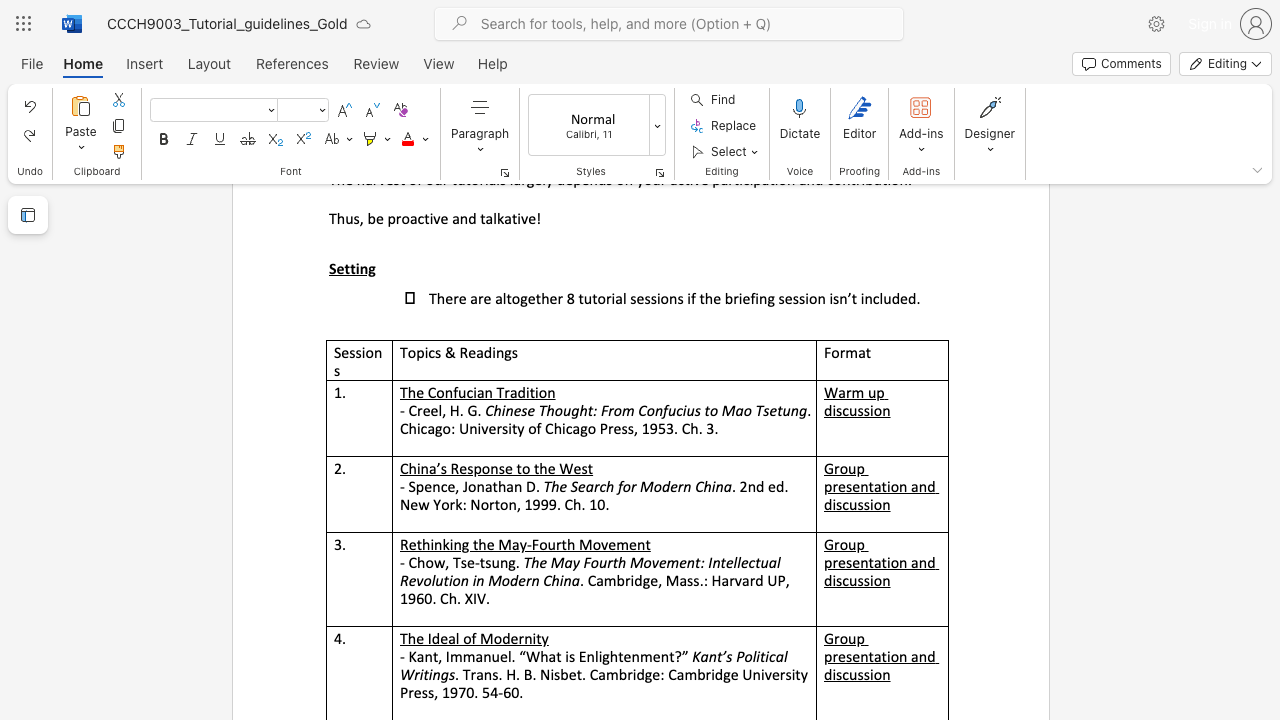 Image resolution: width=1280 pixels, height=720 pixels. What do you see at coordinates (824, 656) in the screenshot?
I see `the subset text "presentation and disc" within the text "Group presentation and discussion"` at bounding box center [824, 656].